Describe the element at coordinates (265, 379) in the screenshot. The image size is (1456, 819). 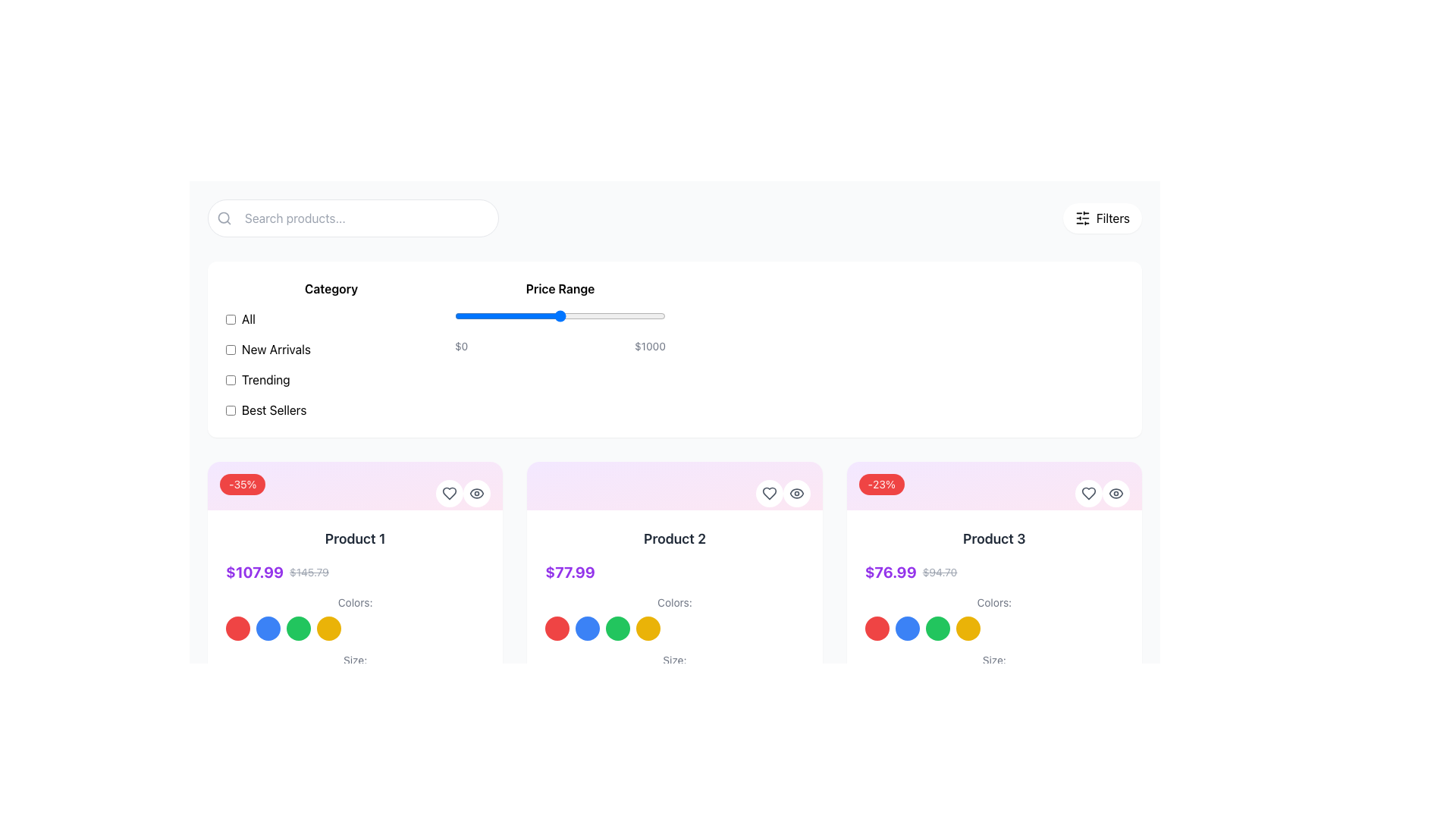
I see `the 'Trending' text label, which serves as a filter option accompanied by a checkbox` at that location.